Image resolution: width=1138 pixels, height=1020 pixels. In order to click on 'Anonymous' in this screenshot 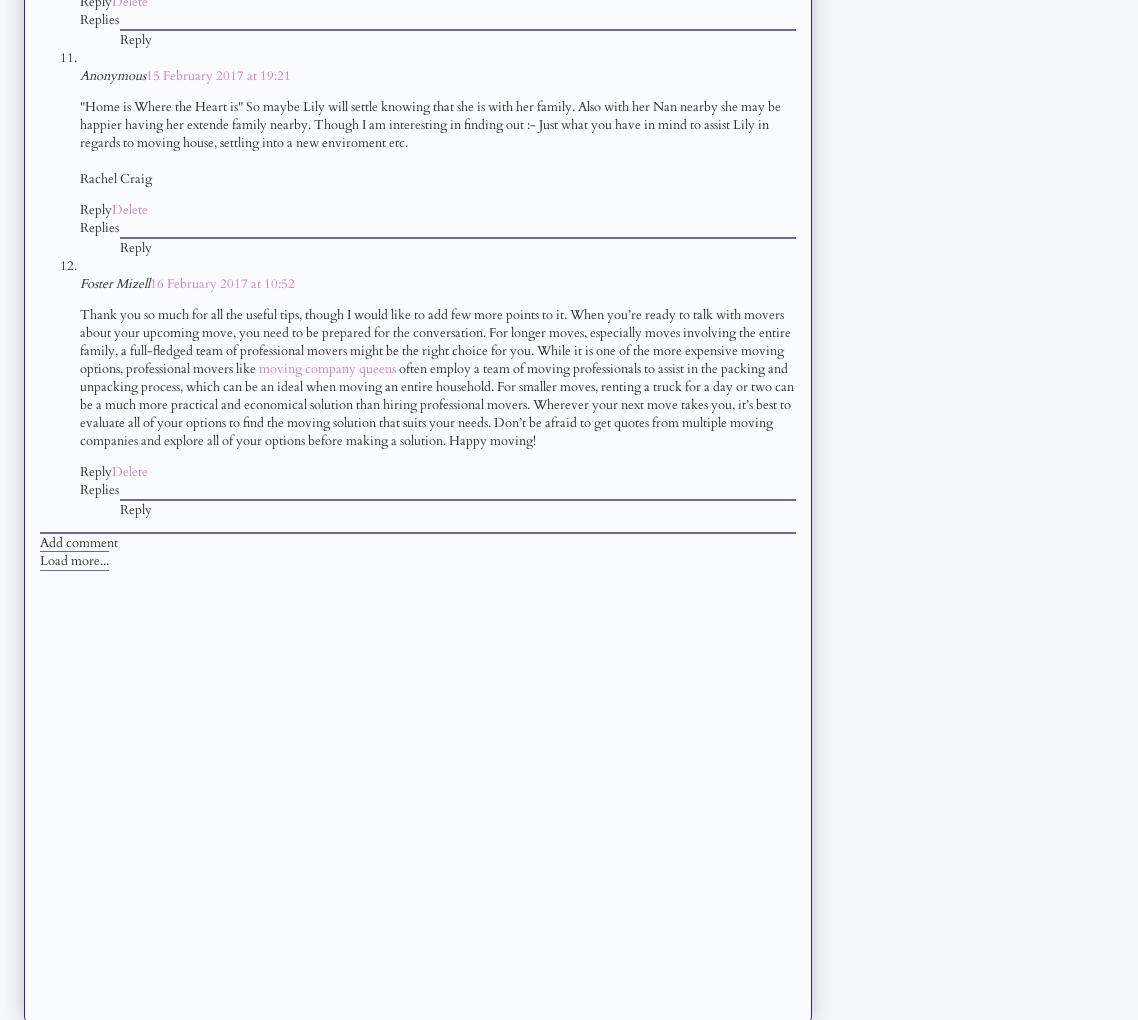, I will do `click(112, 74)`.